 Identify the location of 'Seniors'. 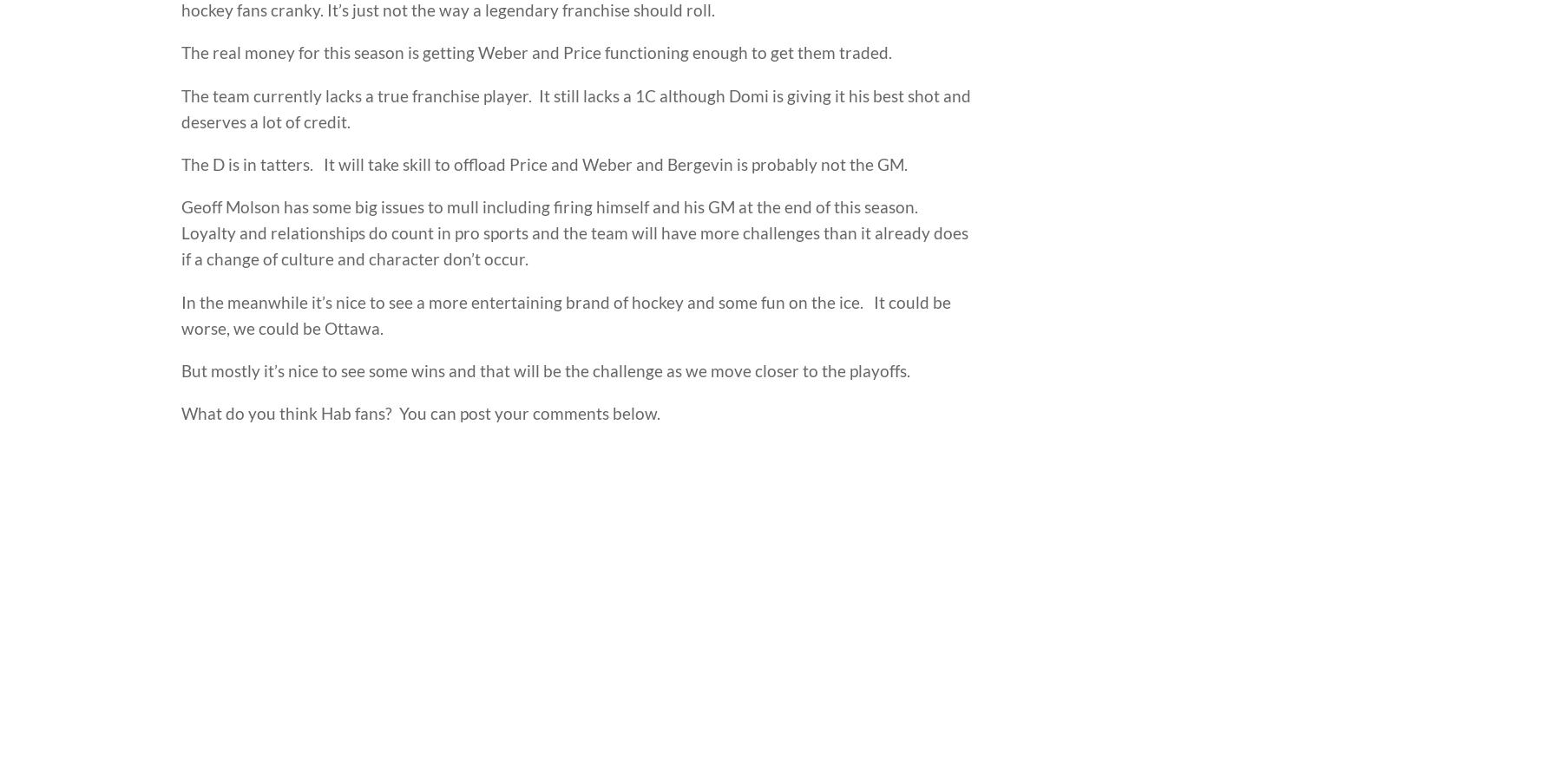
(716, 751).